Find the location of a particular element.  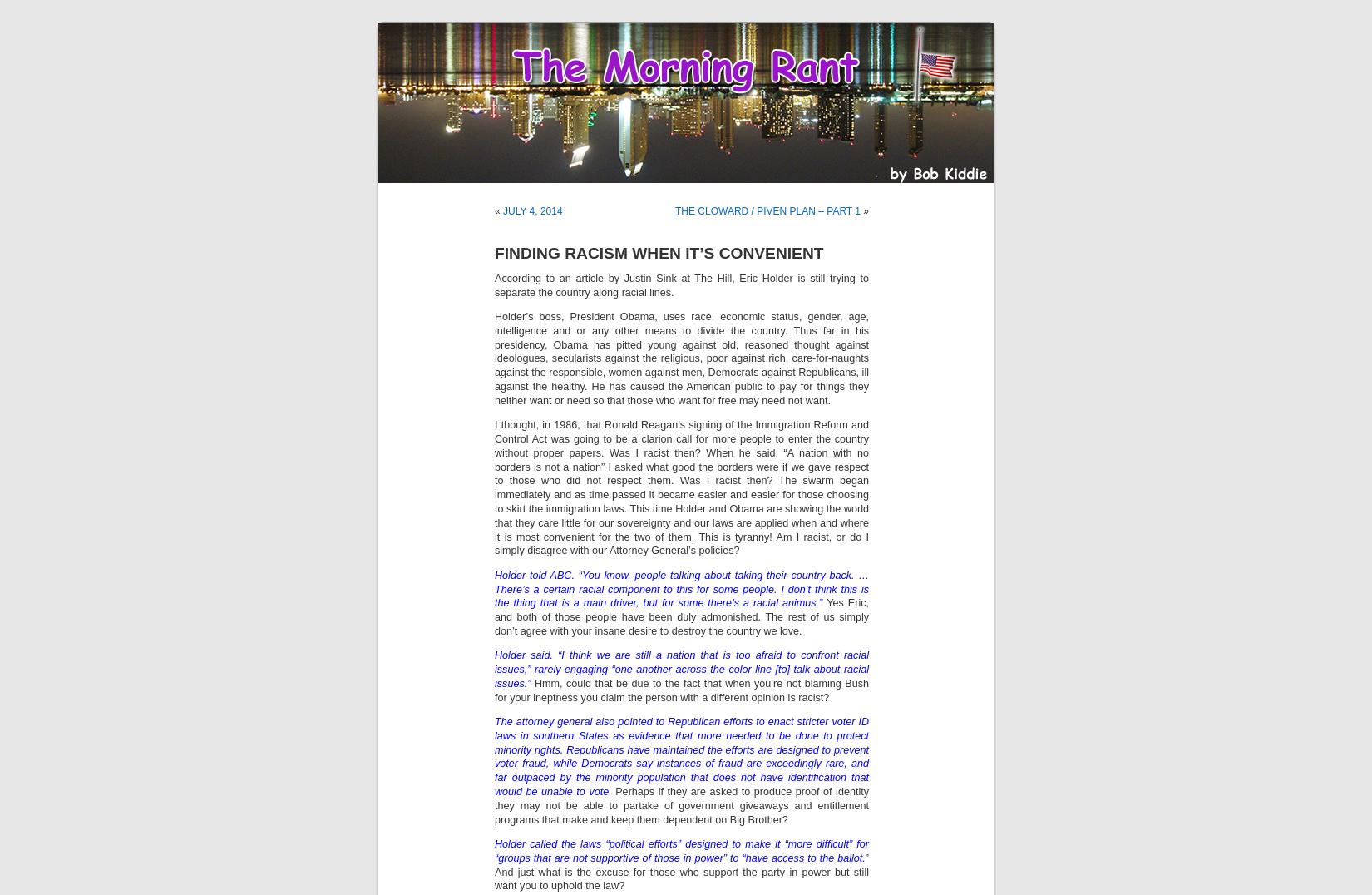

'” And just what is the excuse for those who support the party in power but still want you to uphold the law?' is located at coordinates (493, 872).